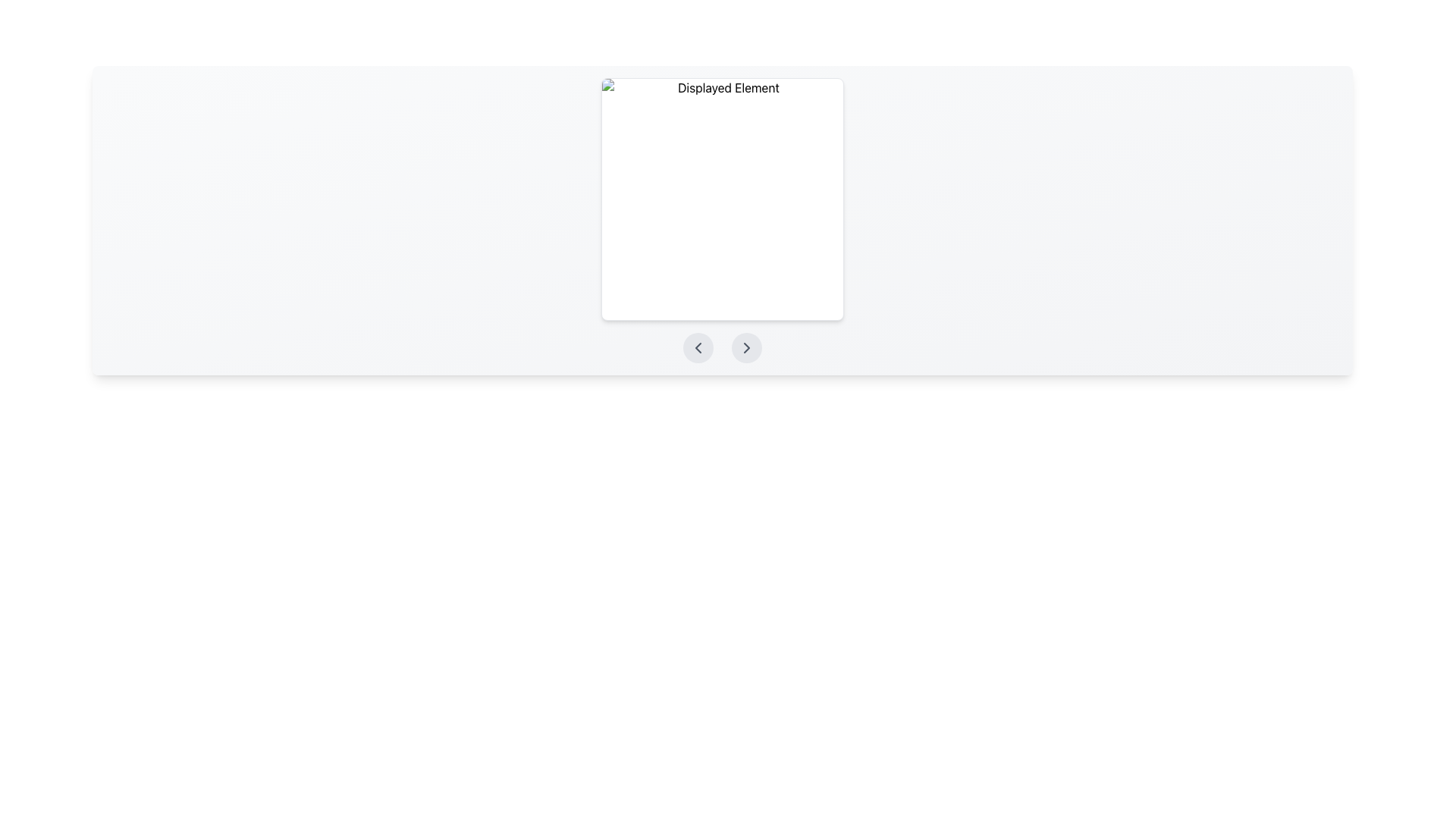 This screenshot has width=1456, height=819. Describe the element at coordinates (698, 348) in the screenshot. I see `the circular button with a gray background and a left-pointing chevron arrow, which is the leftmost button among navigational controls below a displayed item` at that location.